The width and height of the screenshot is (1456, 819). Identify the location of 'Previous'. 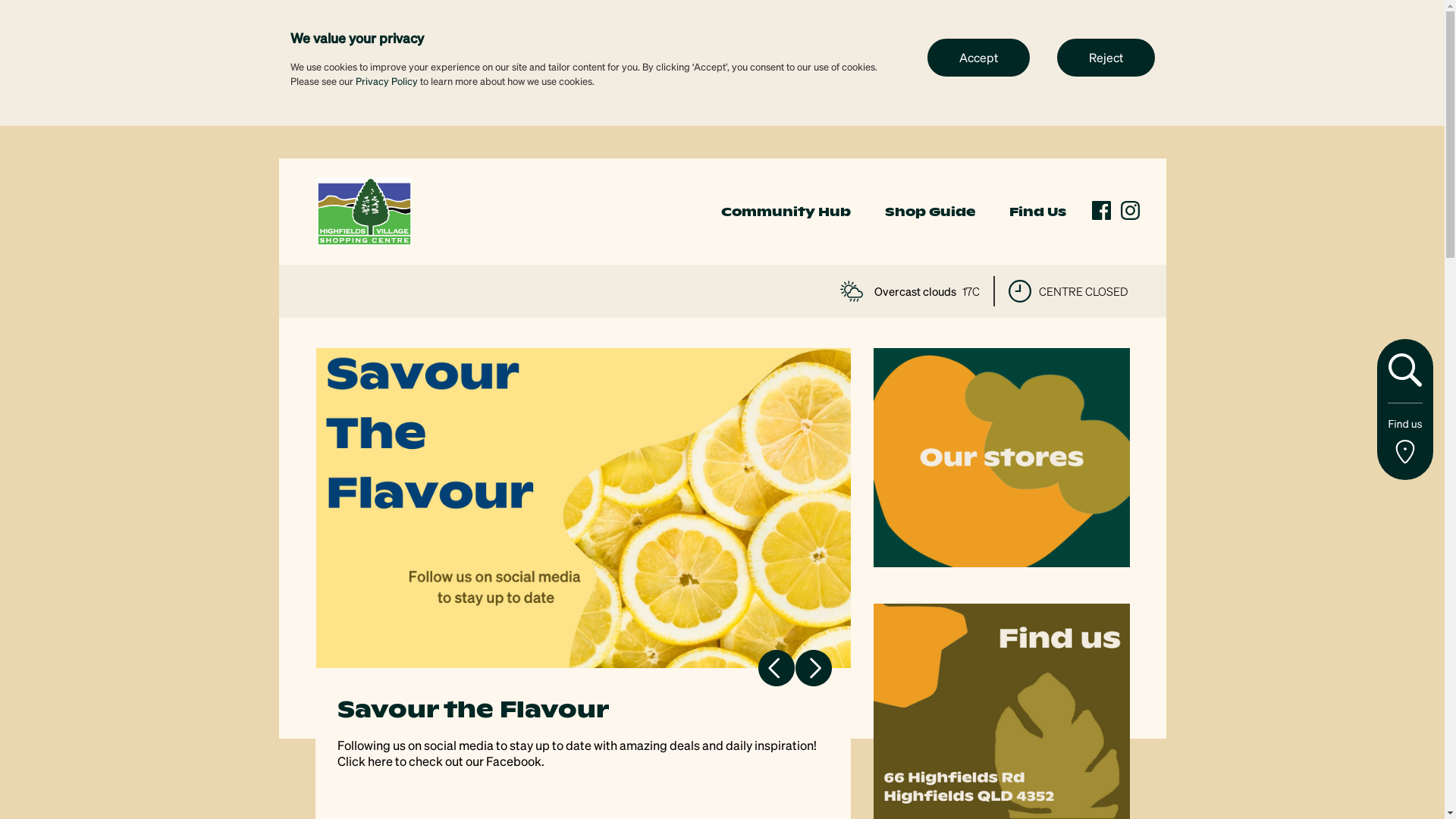
(776, 667).